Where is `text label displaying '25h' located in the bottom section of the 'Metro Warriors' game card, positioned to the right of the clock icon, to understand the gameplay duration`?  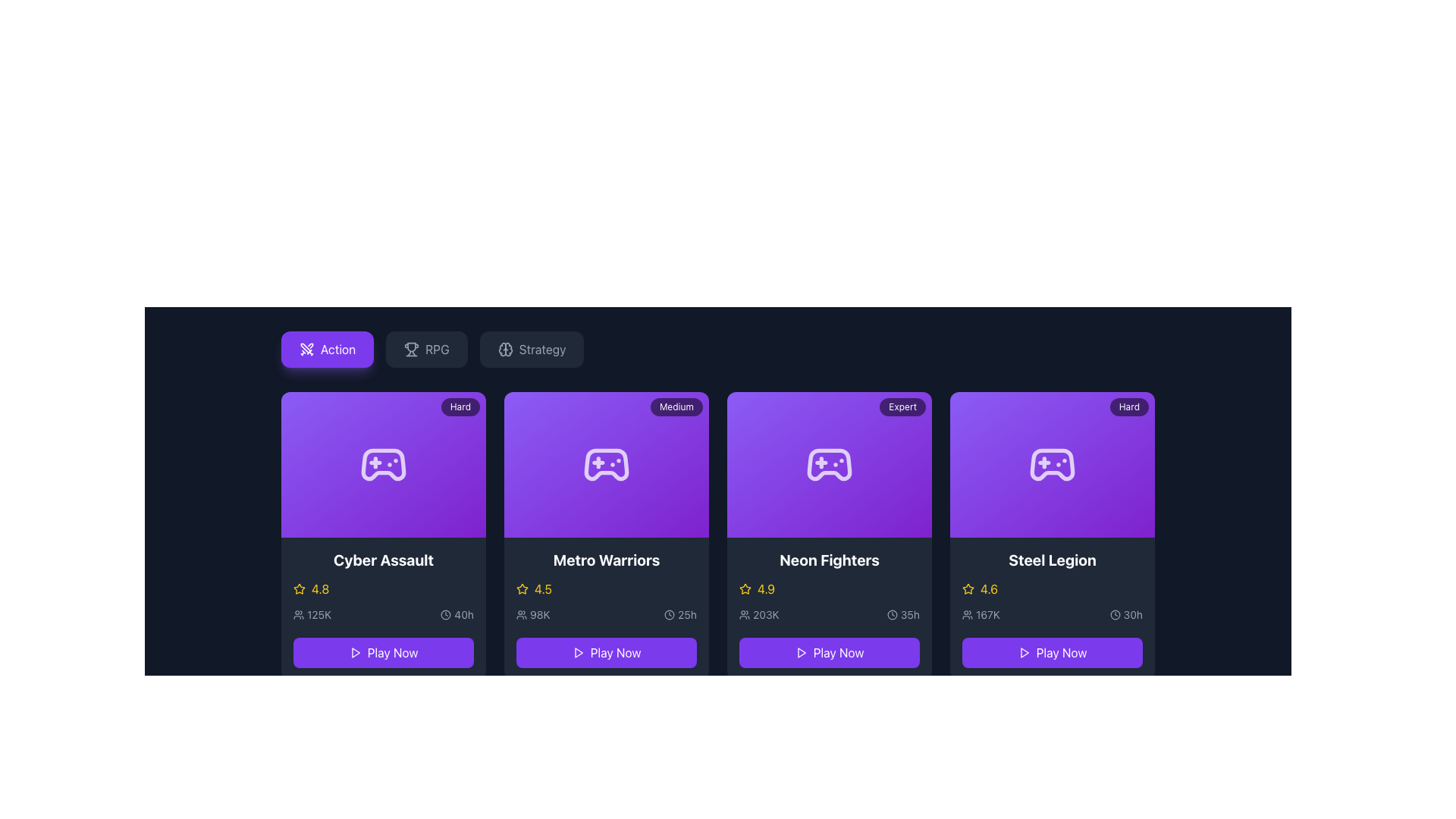
text label displaying '25h' located in the bottom section of the 'Metro Warriors' game card, positioned to the right of the clock icon, to understand the gameplay duration is located at coordinates (686, 614).